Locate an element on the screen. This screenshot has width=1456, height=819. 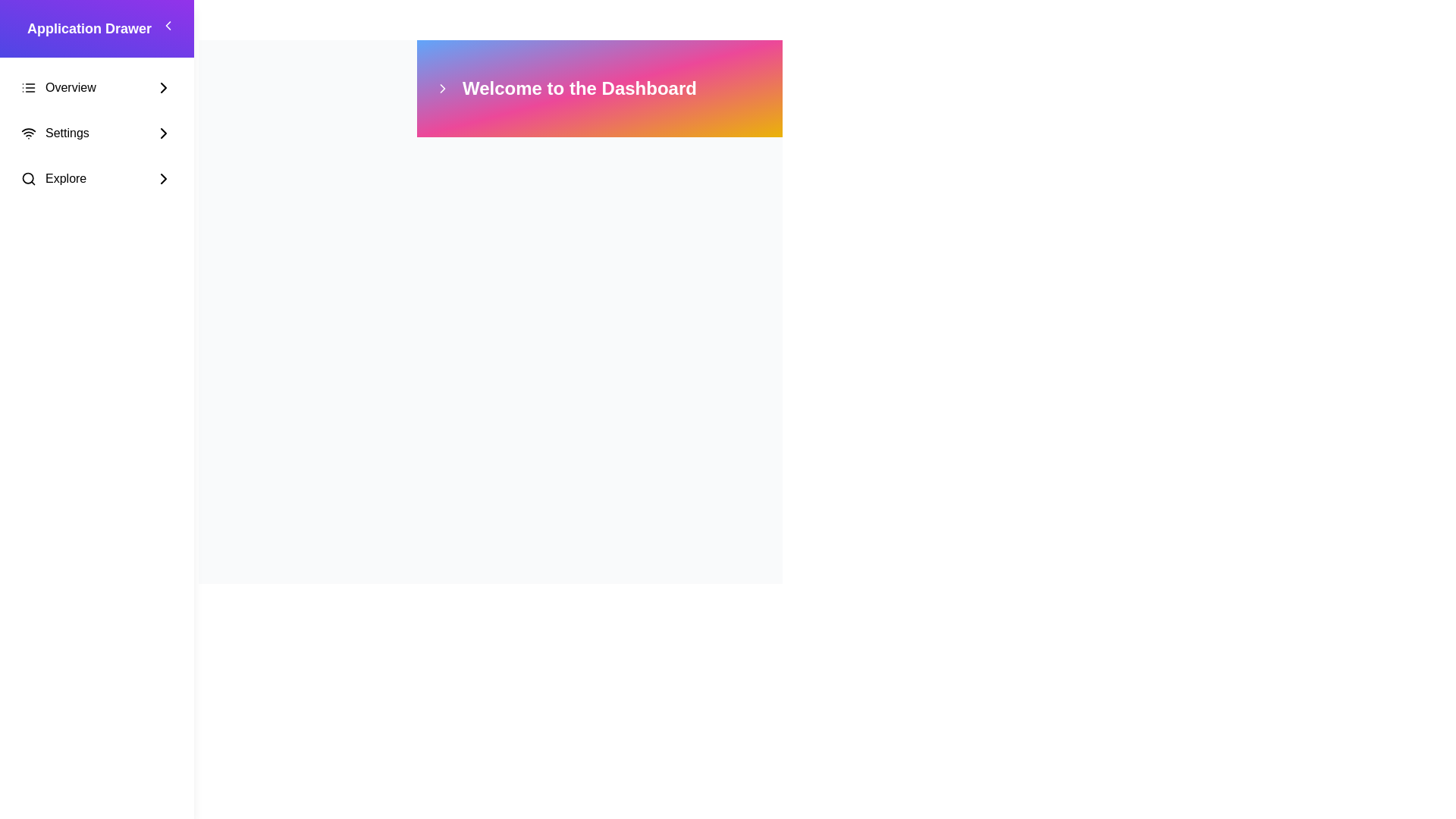
the SVG graphical element representing the circle of the search icon located in the application's sidebar, which is aligned with the 'Explore' menu label is located at coordinates (28, 177).